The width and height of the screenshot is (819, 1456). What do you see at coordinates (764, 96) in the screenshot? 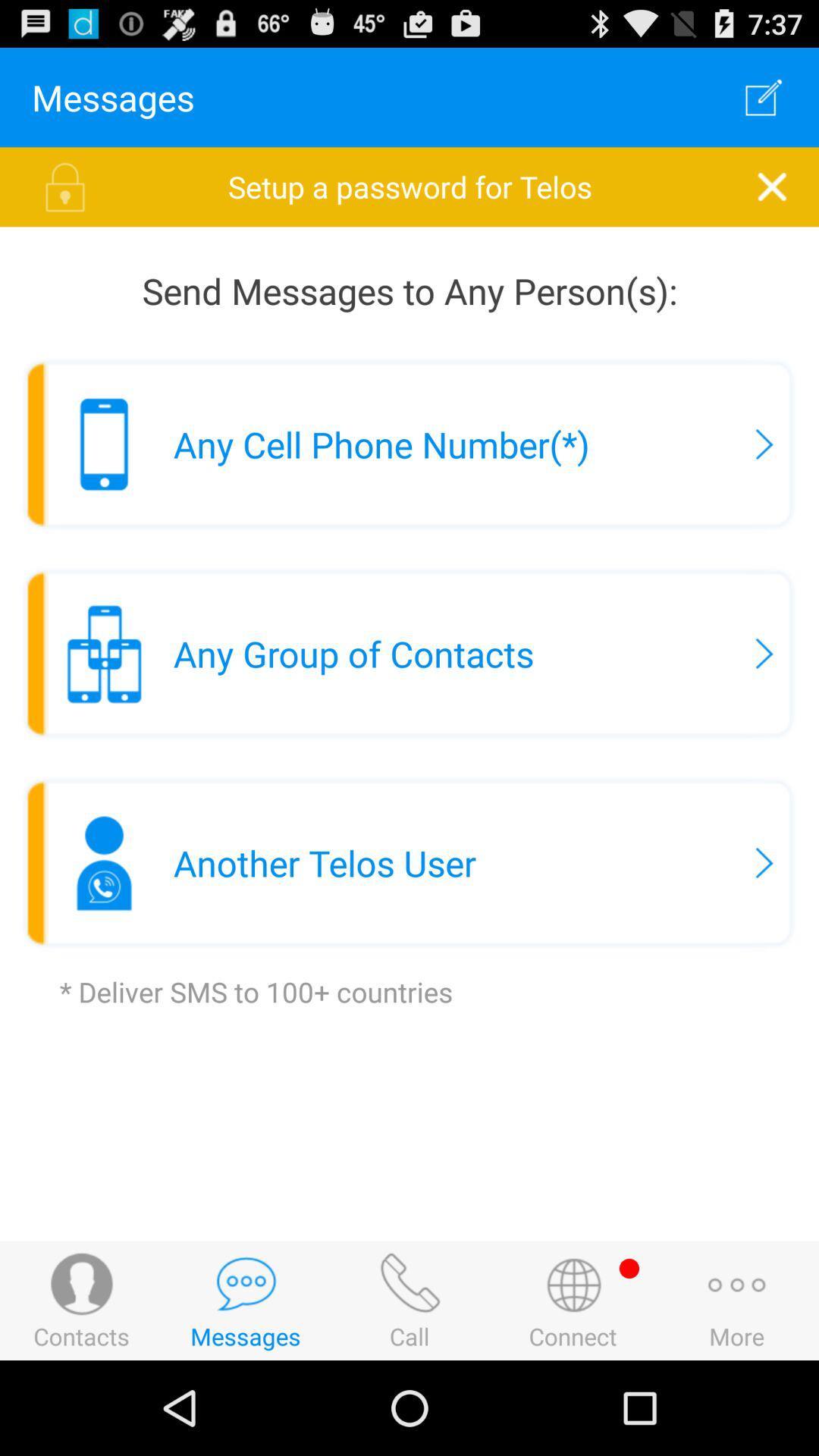
I see `item to the right of the messages icon` at bounding box center [764, 96].